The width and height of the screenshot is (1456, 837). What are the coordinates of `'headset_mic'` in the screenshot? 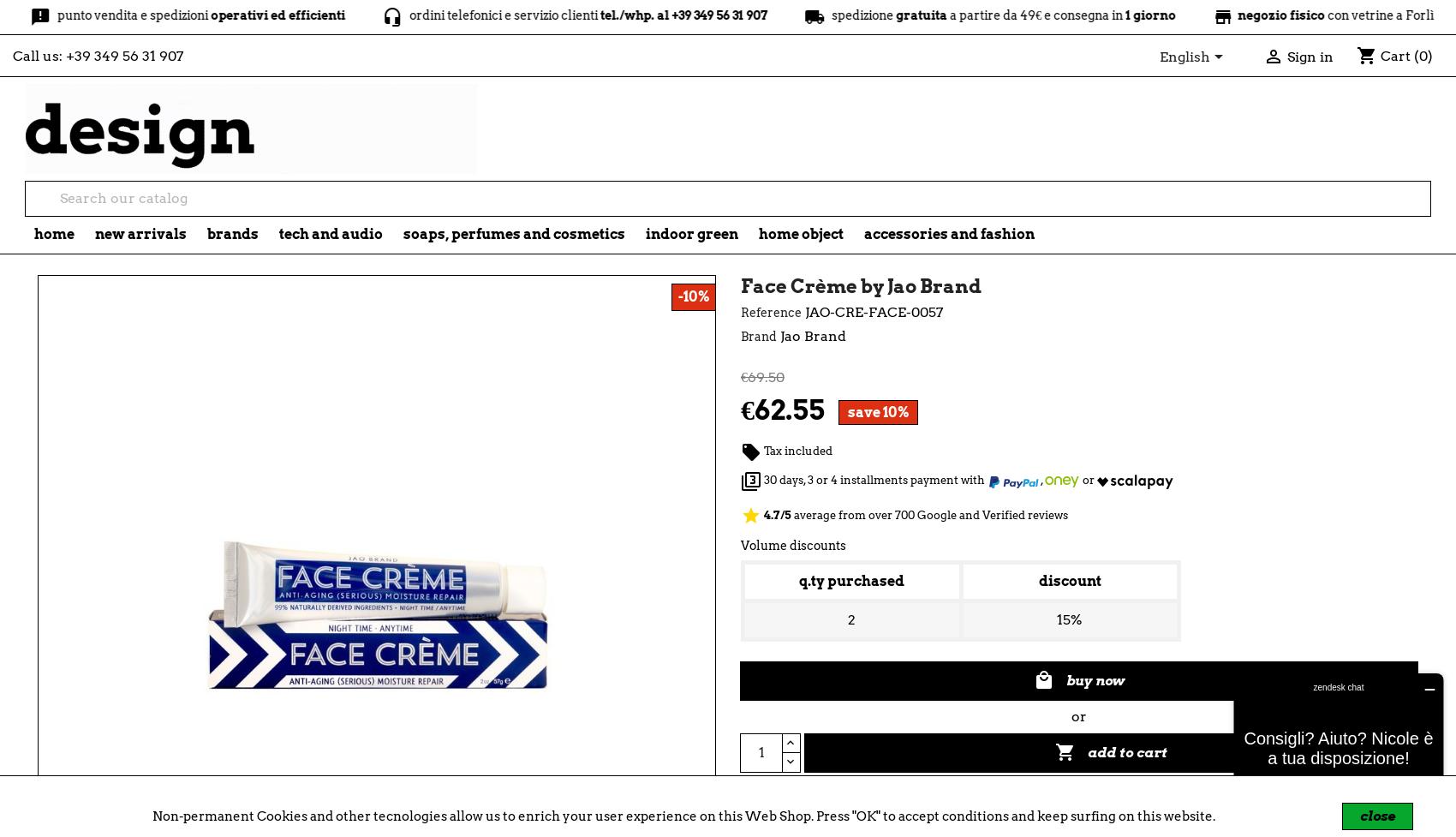 It's located at (315, 17).